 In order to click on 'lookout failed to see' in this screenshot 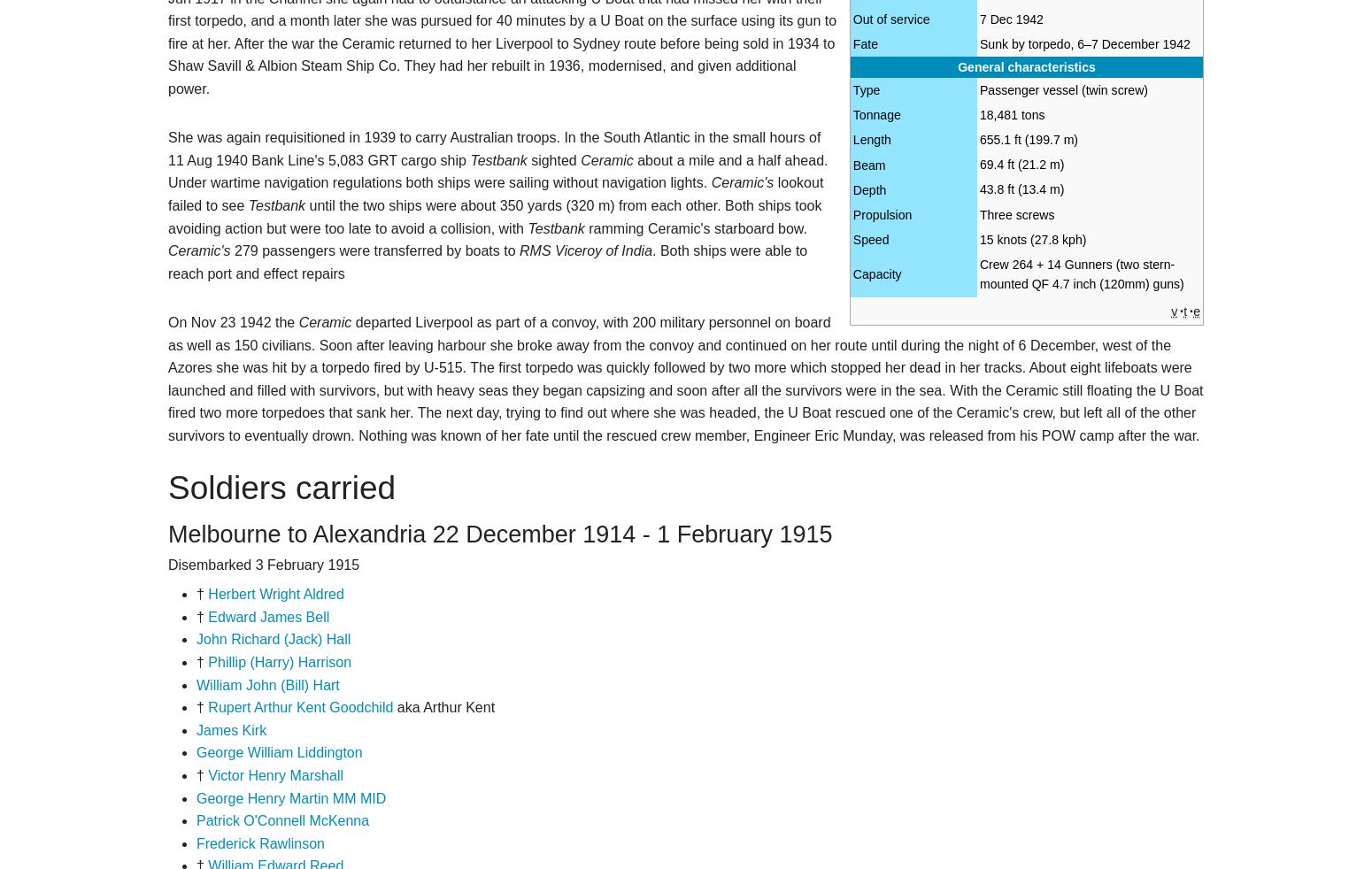, I will do `click(496, 193)`.